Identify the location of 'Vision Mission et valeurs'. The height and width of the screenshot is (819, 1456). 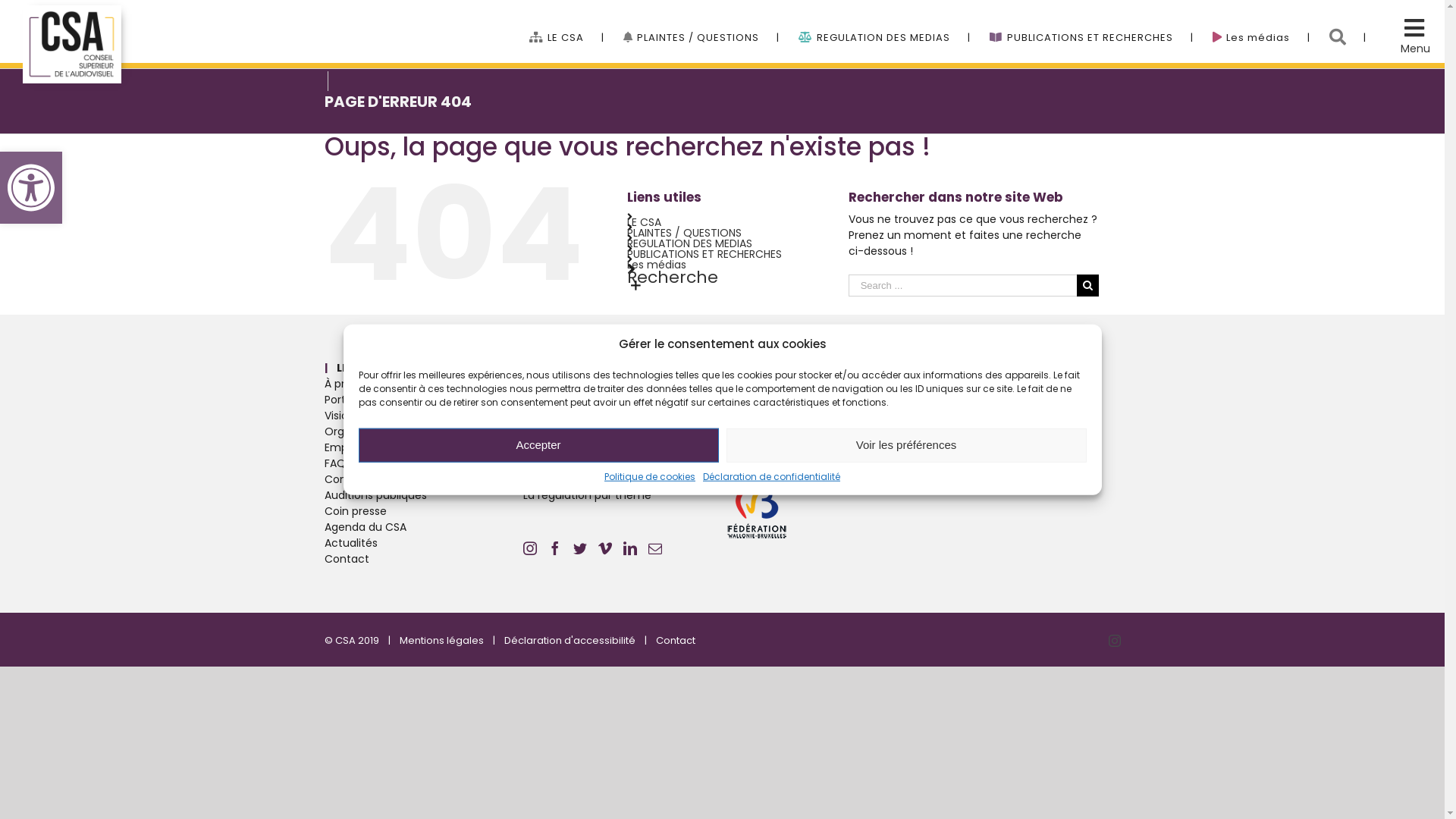
(424, 416).